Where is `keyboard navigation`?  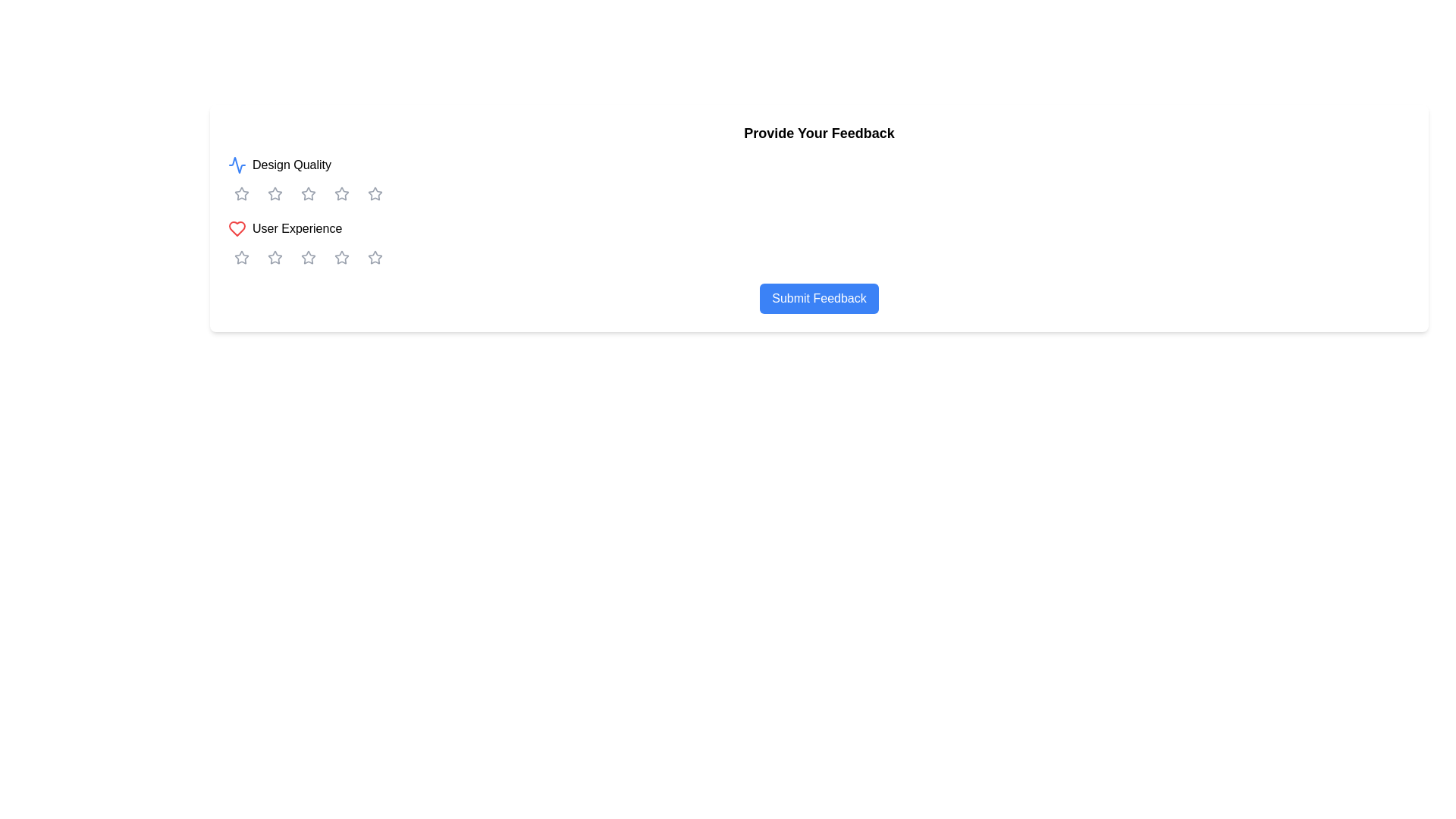 keyboard navigation is located at coordinates (341, 256).